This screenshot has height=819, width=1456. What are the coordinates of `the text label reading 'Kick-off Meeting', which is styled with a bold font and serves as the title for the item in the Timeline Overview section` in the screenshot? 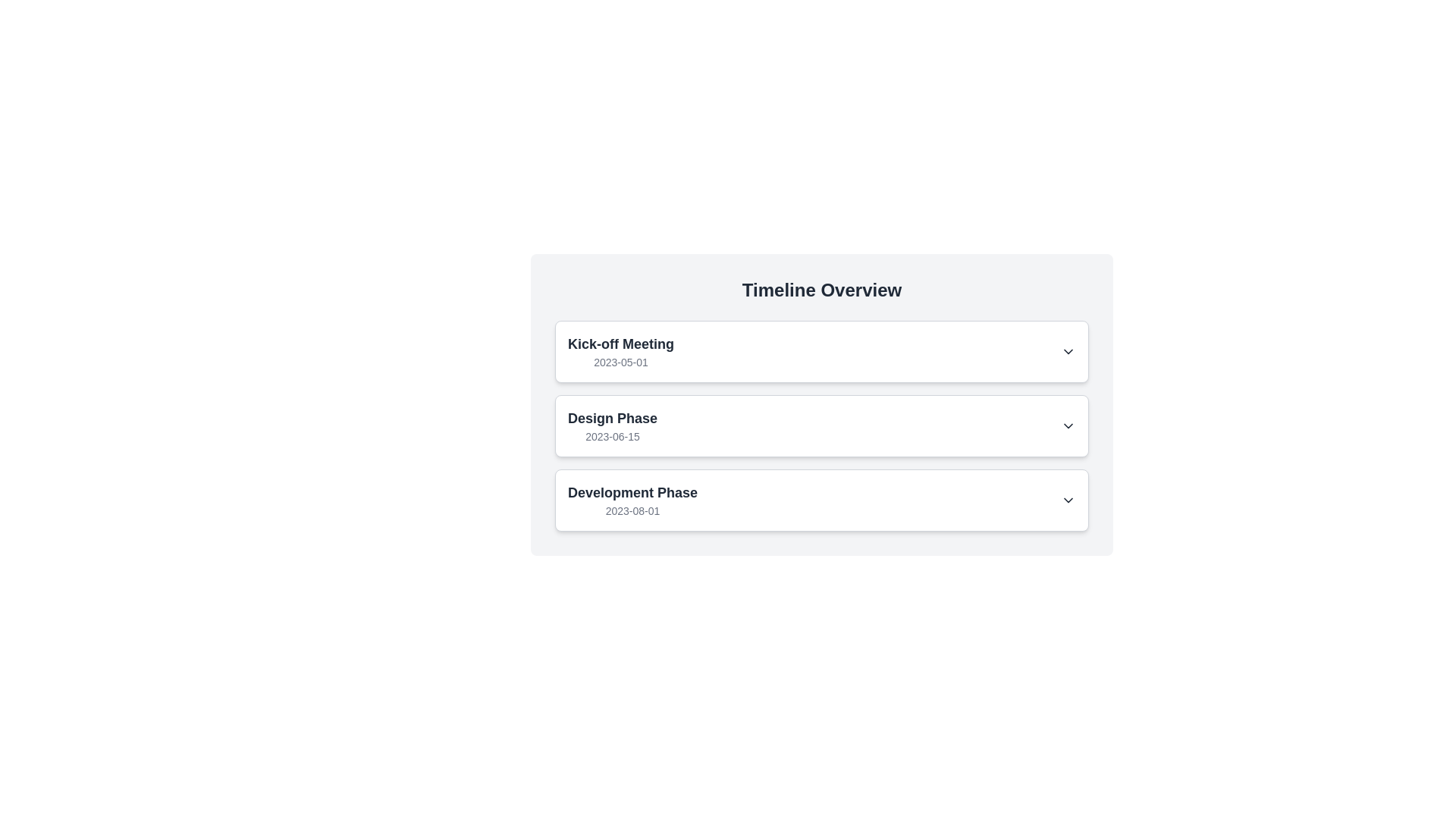 It's located at (621, 344).